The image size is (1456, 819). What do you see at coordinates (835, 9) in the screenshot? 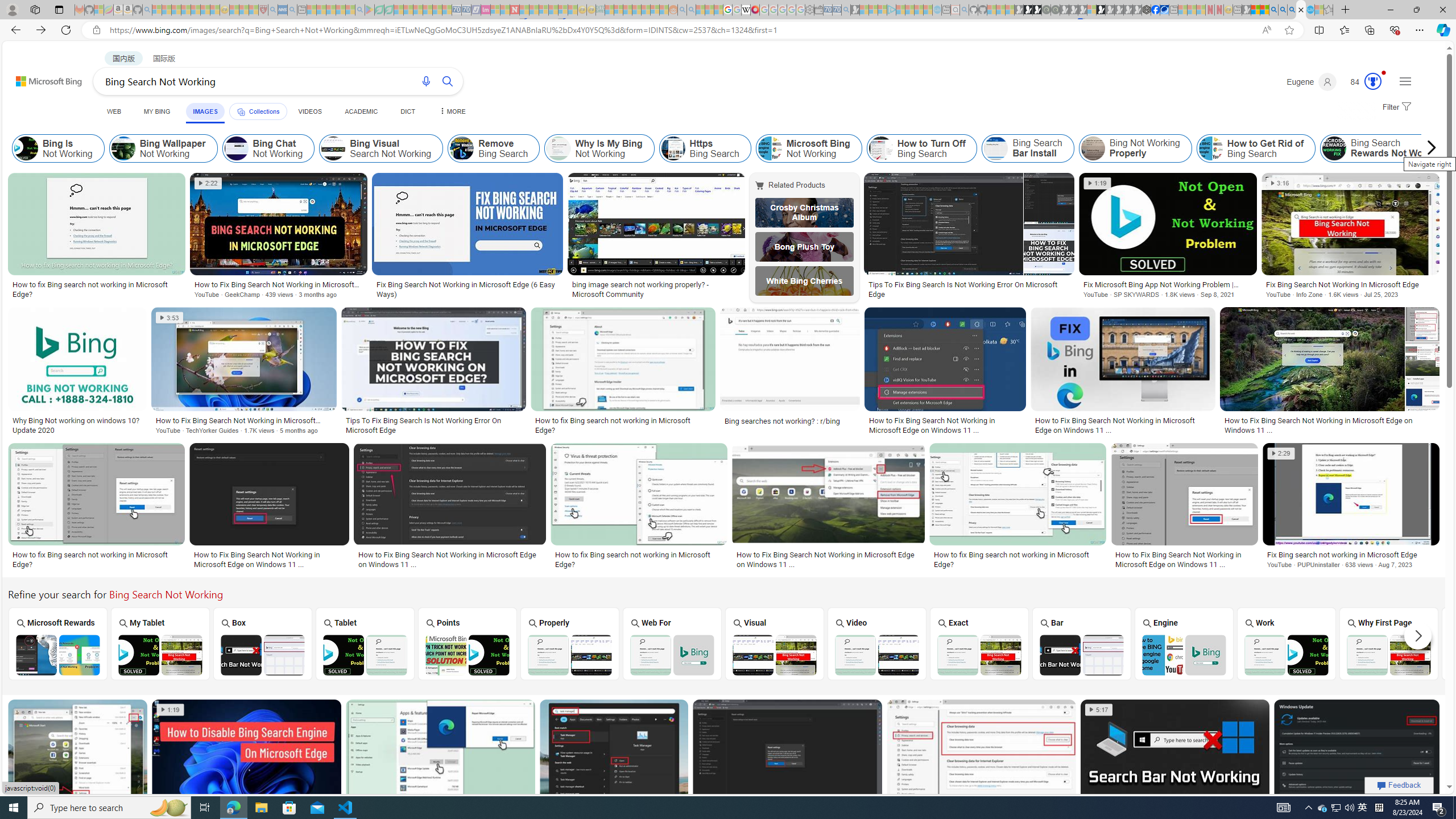
I see `'Cheap Car Rentals - Save70.com - Sleeping'` at bounding box center [835, 9].